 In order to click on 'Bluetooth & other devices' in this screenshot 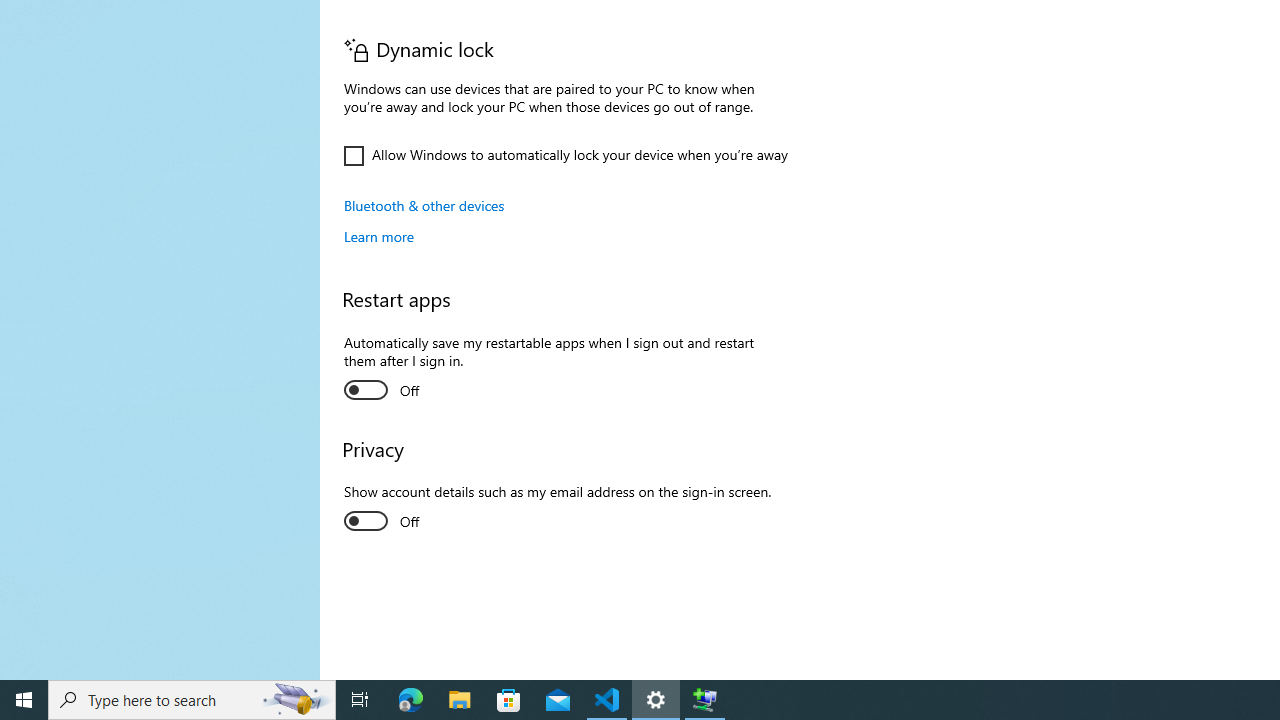, I will do `click(423, 205)`.